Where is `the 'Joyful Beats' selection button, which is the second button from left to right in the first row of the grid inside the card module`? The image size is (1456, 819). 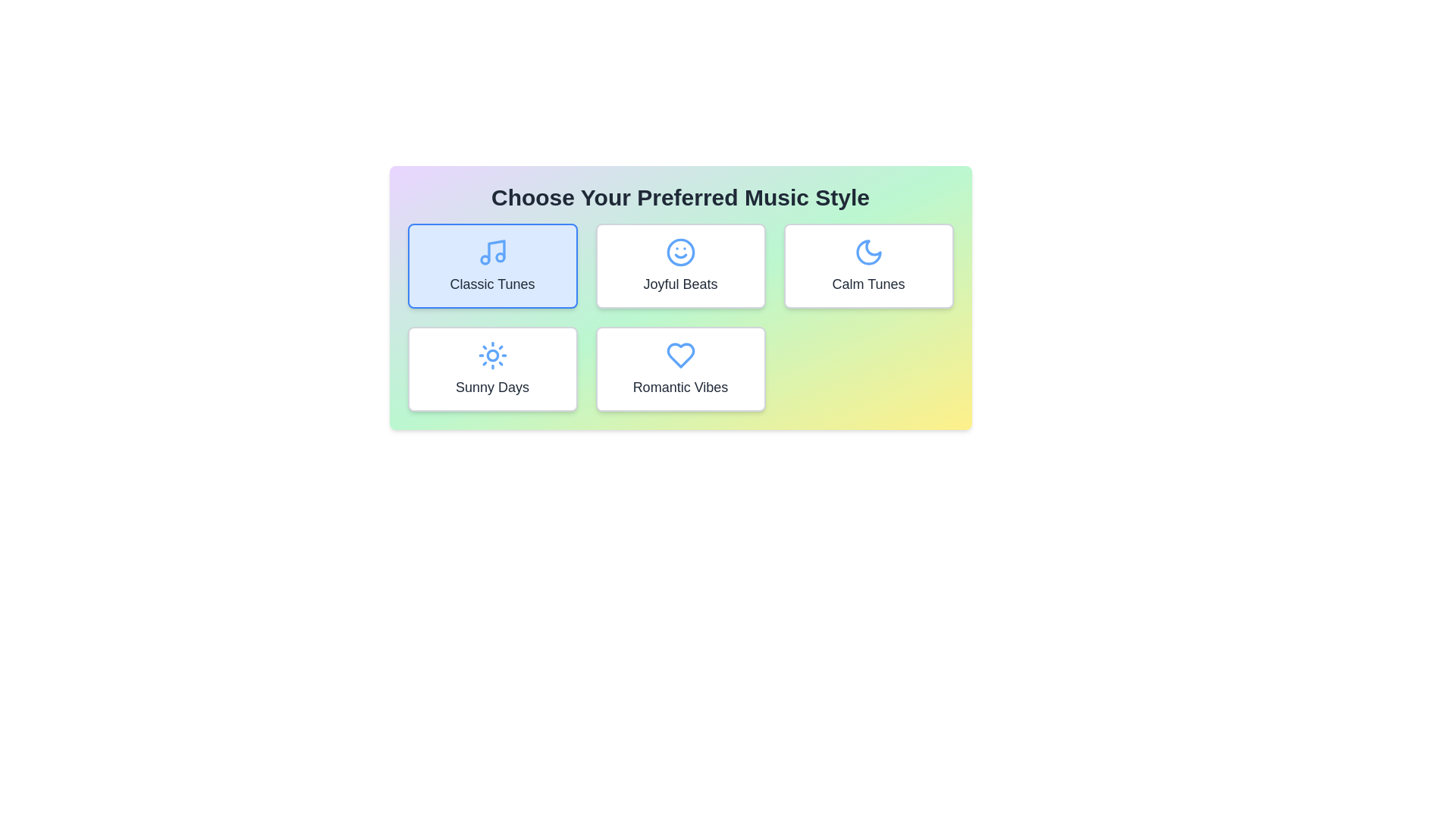
the 'Joyful Beats' selection button, which is the second button from left to right in the first row of the grid inside the card module is located at coordinates (679, 298).